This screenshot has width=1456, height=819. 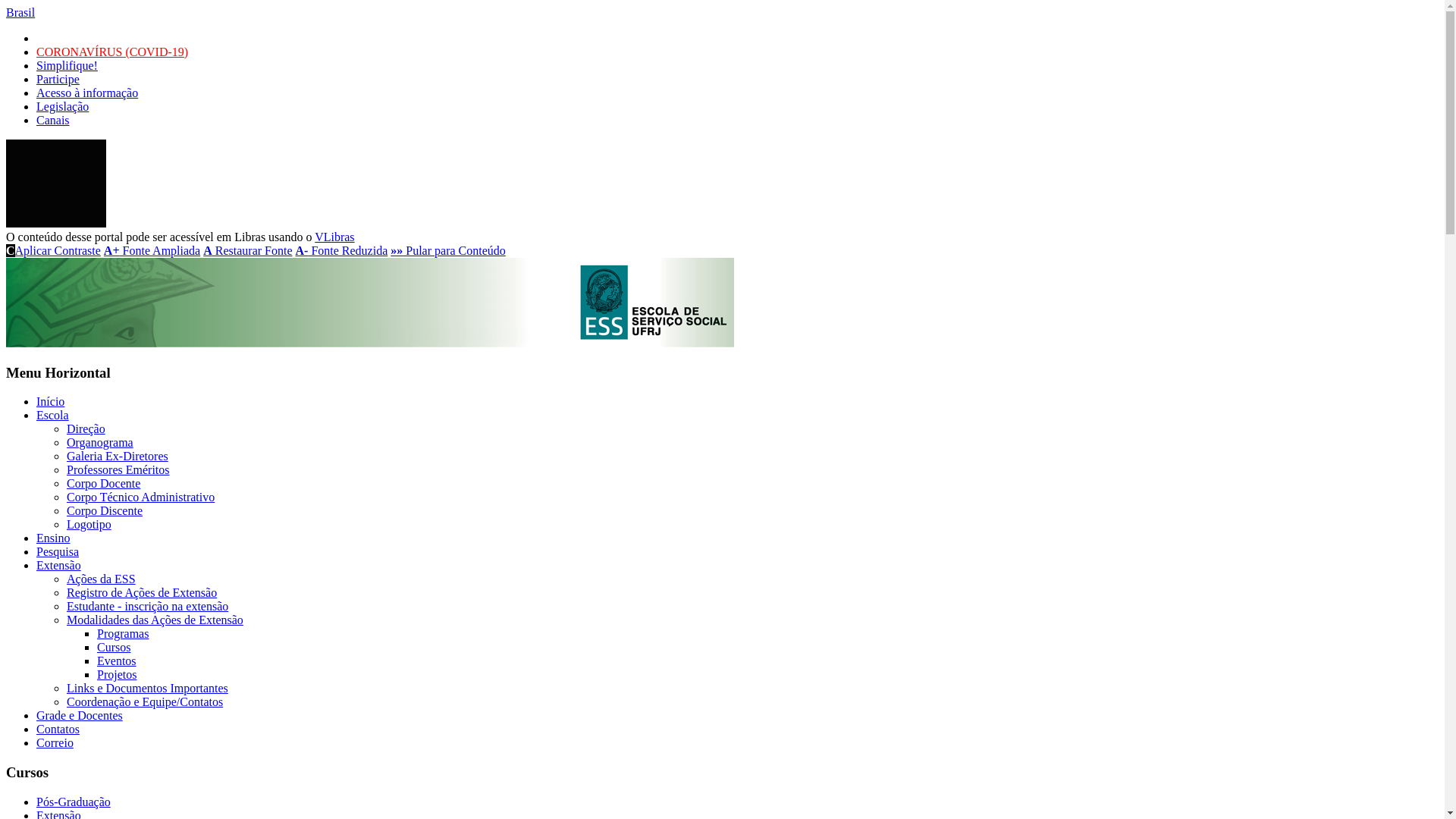 I want to click on 'Grade e Docentes', so click(x=79, y=715).